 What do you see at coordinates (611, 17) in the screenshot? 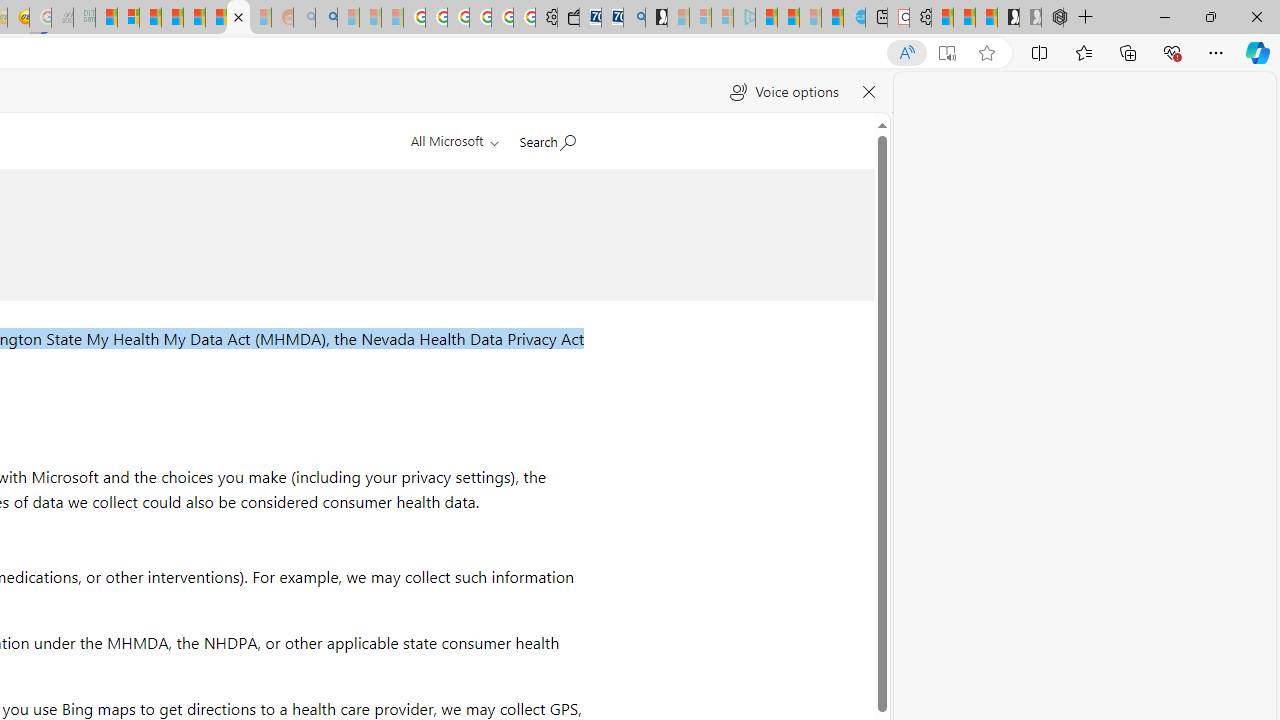
I see `'Cheap Car Rentals - Save70.com'` at bounding box center [611, 17].